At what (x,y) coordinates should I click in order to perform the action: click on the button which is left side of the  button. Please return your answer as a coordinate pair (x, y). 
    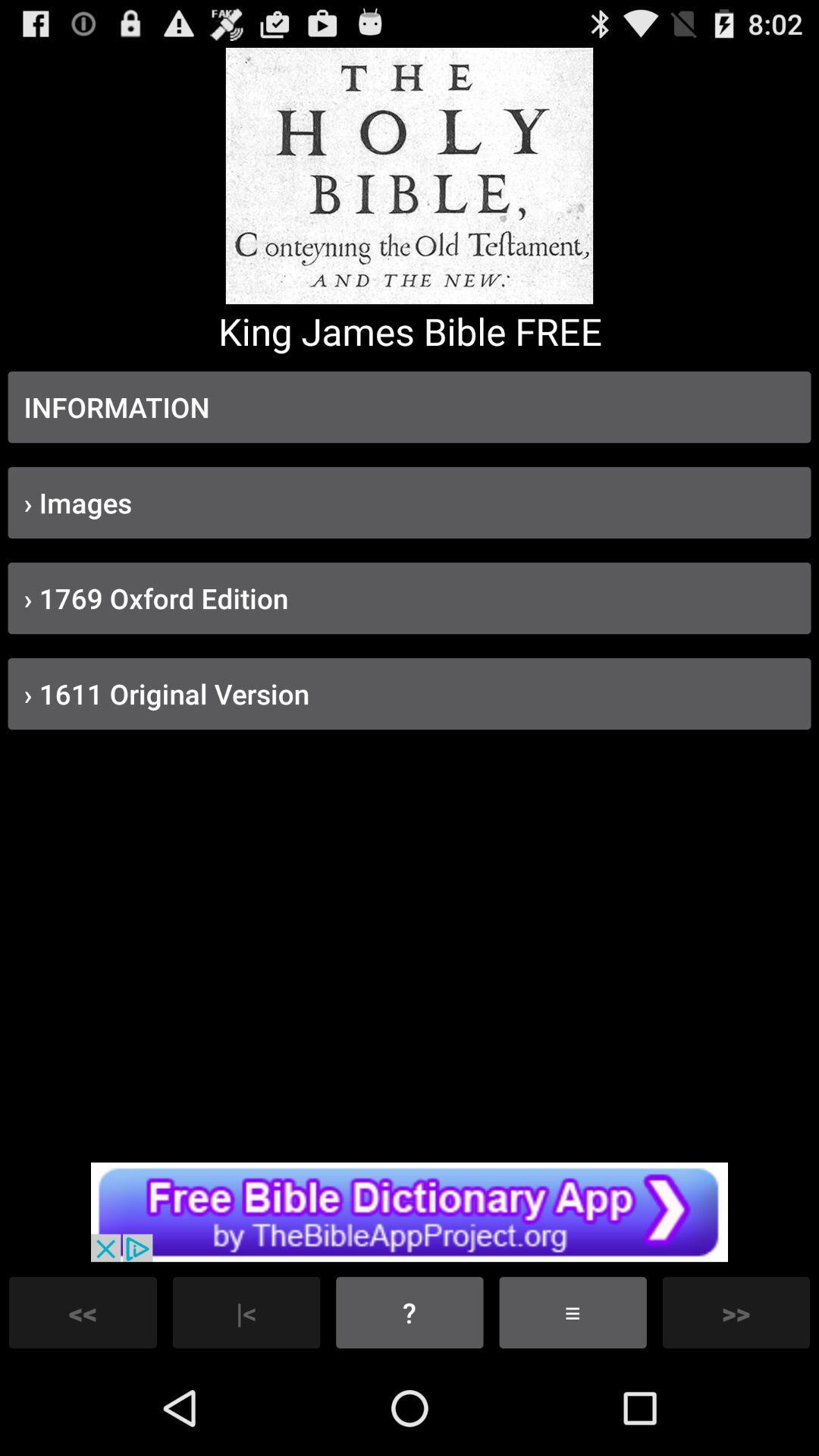
    Looking at the image, I should click on (246, 1312).